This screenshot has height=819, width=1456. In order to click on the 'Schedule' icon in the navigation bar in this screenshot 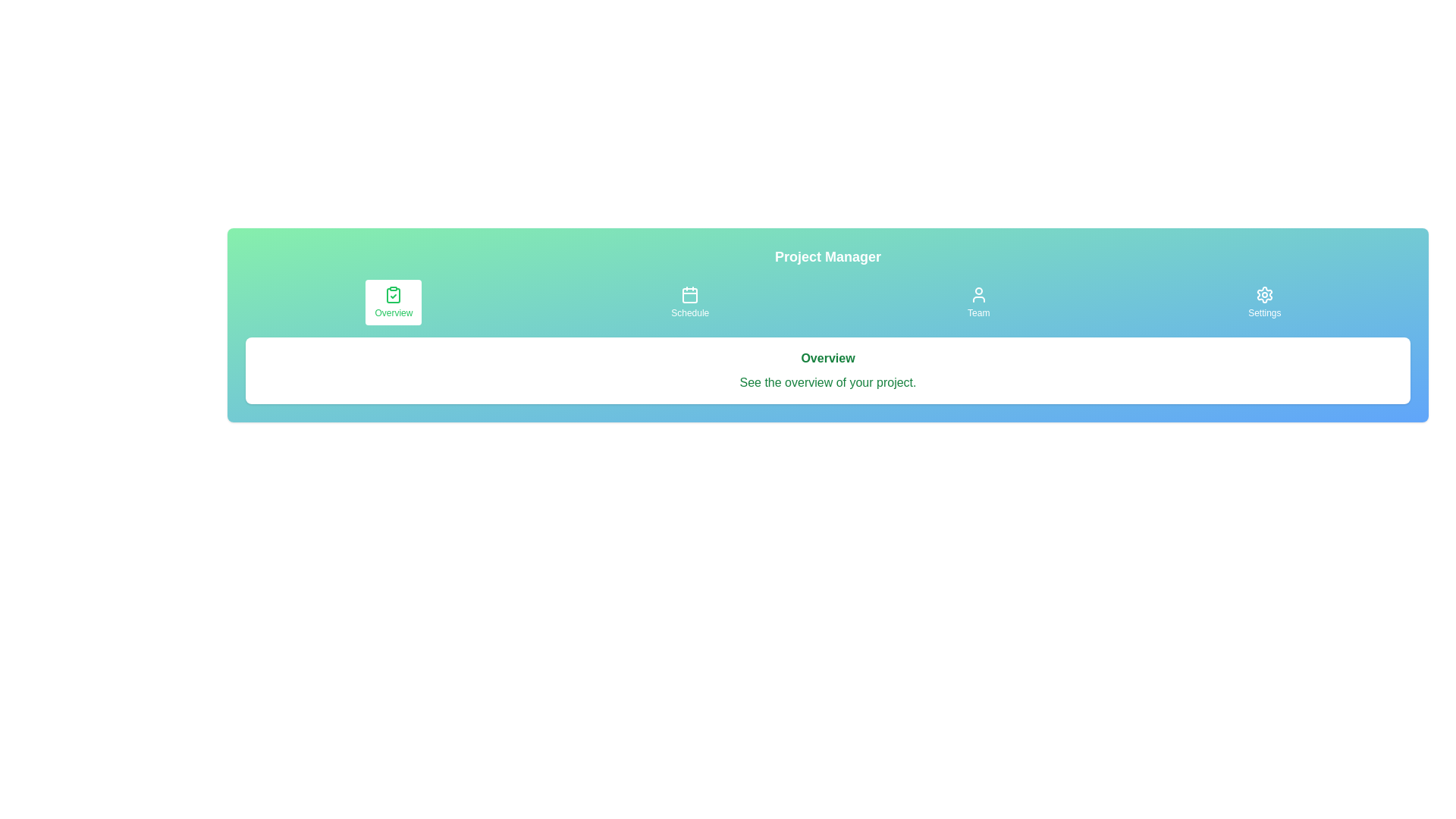, I will do `click(689, 295)`.